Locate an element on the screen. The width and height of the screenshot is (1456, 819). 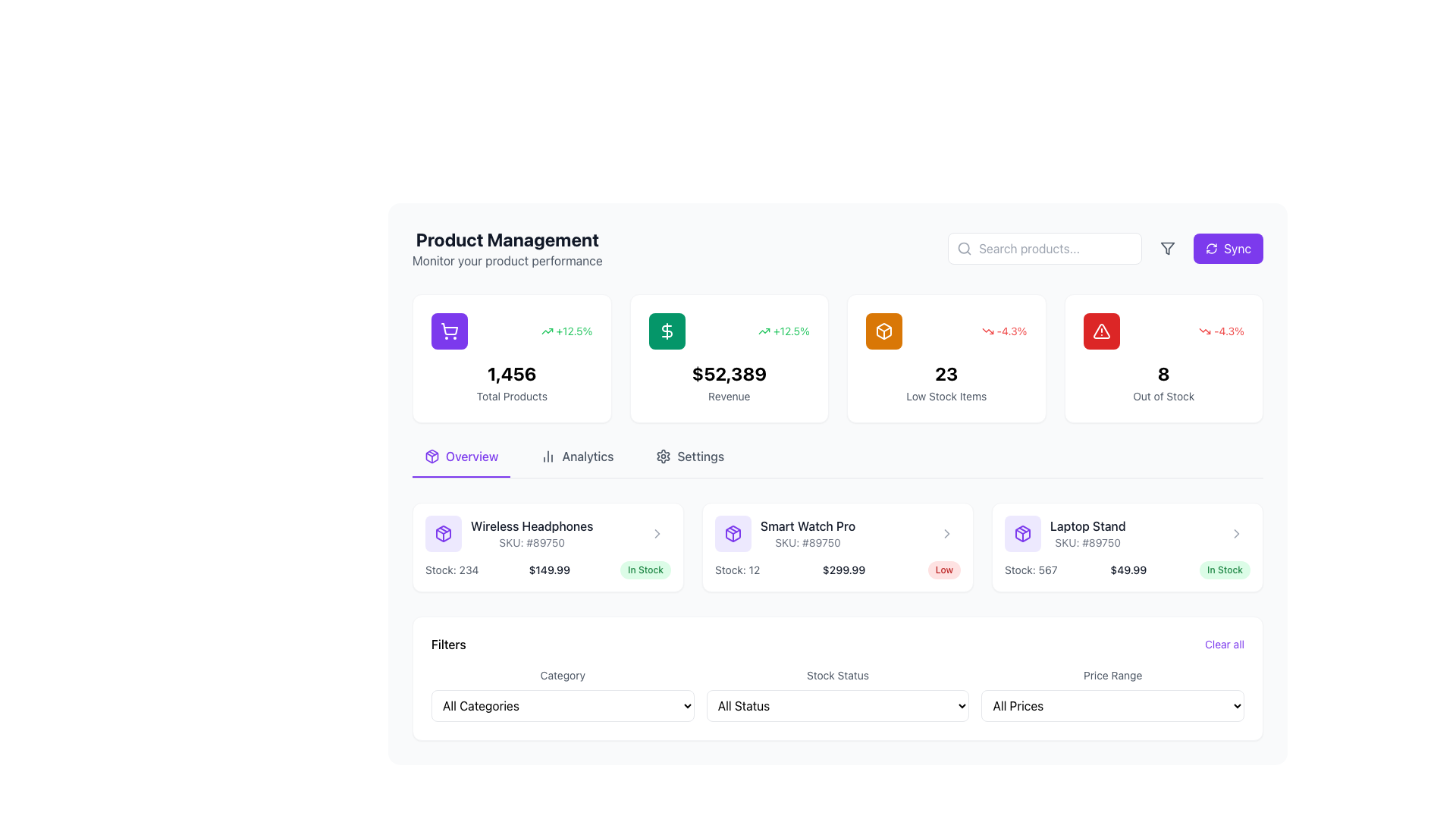
the downward trend icon adjacent to the '-4.3%' percentage value in the rightmost summary card at the top section of the interface is located at coordinates (1204, 330).